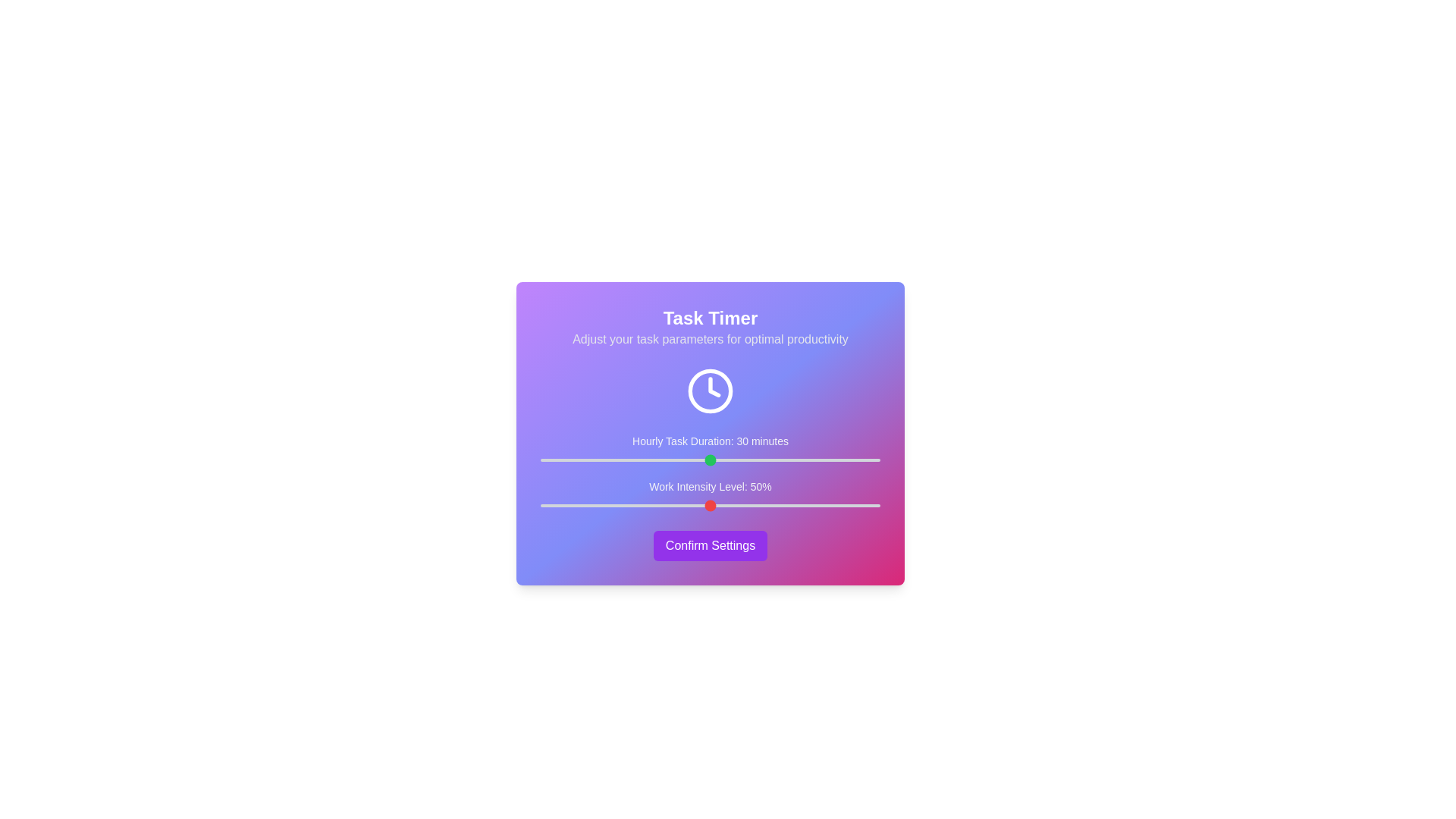 The width and height of the screenshot is (1456, 819). What do you see at coordinates (596, 459) in the screenshot?
I see `the 'Hourly Task Duration' slider to 10 minutes` at bounding box center [596, 459].